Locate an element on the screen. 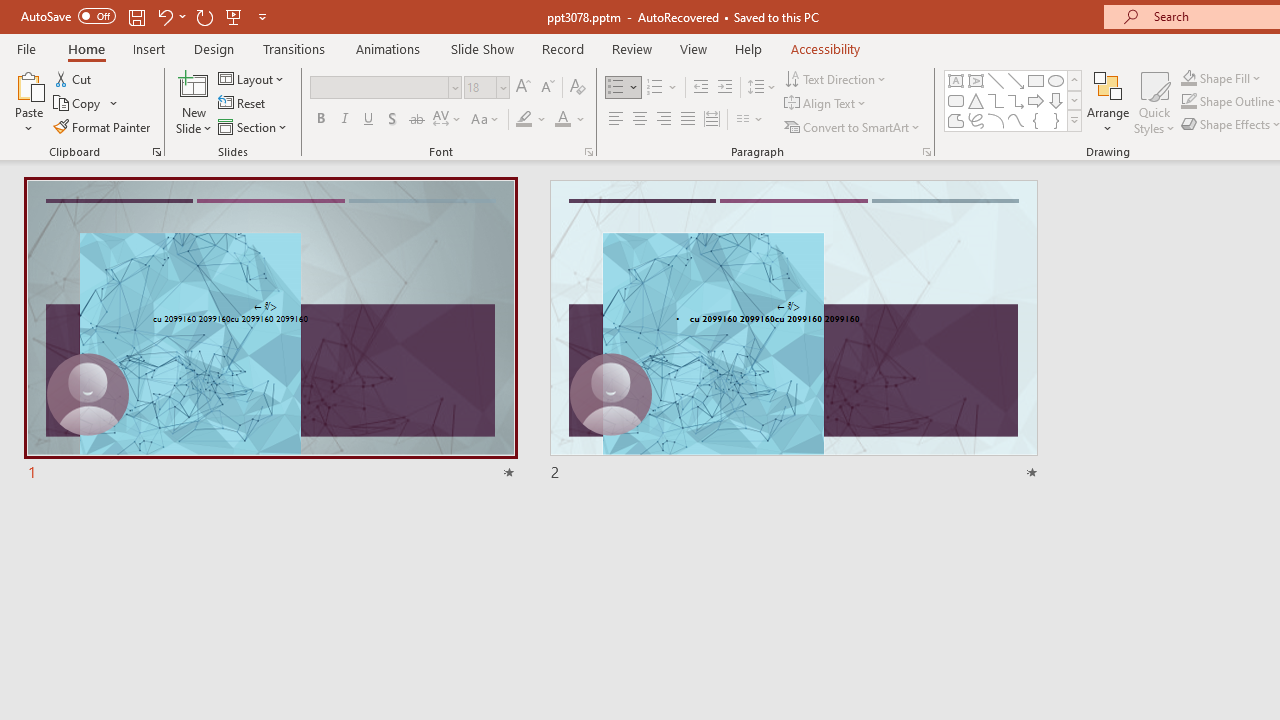 This screenshot has height=720, width=1280. 'Freeform: Scribble' is located at coordinates (976, 120).